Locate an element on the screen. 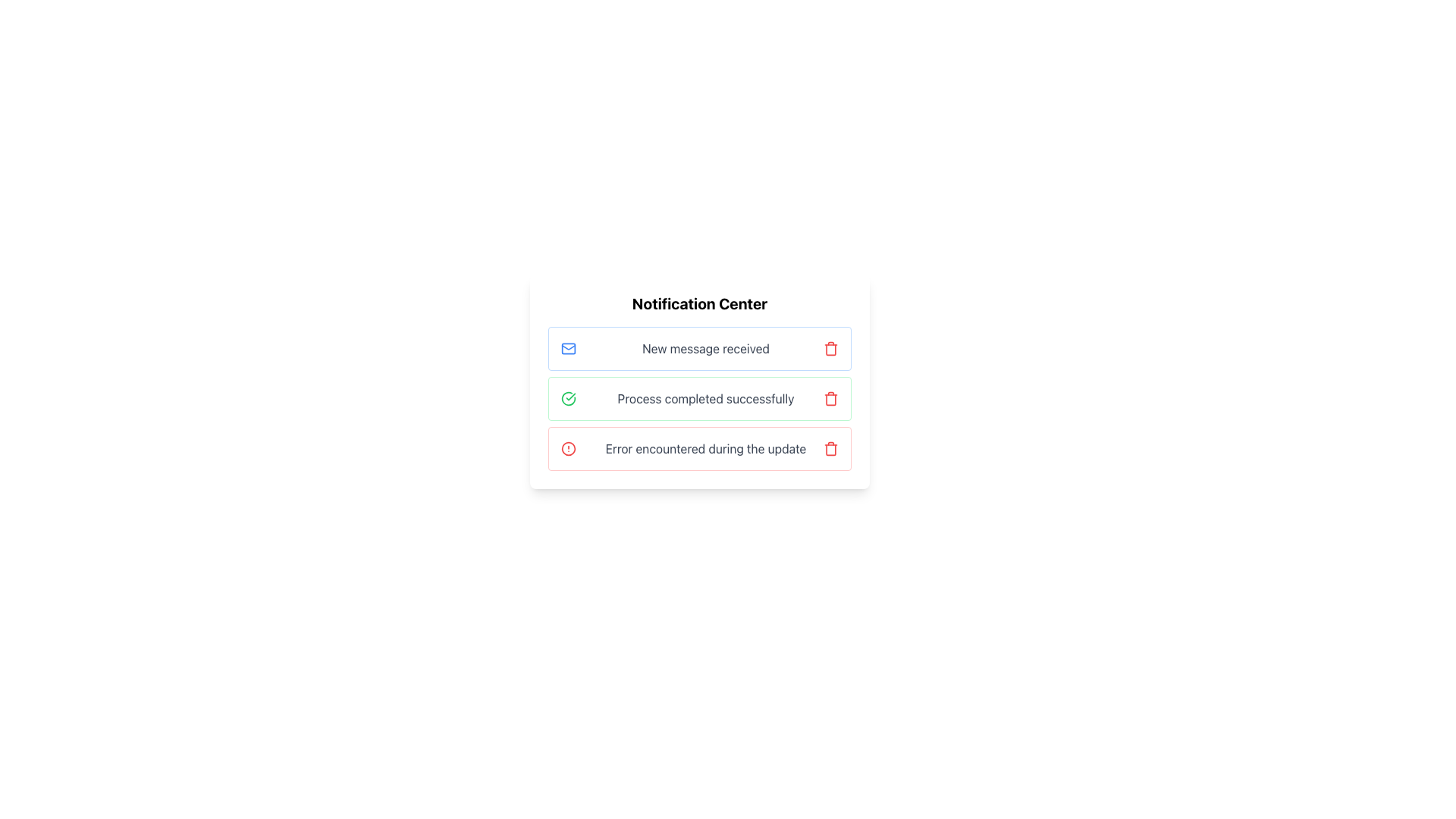 This screenshot has width=1456, height=819. the red trash can icon at the far-right end of the 'New message received' notification row is located at coordinates (830, 348).